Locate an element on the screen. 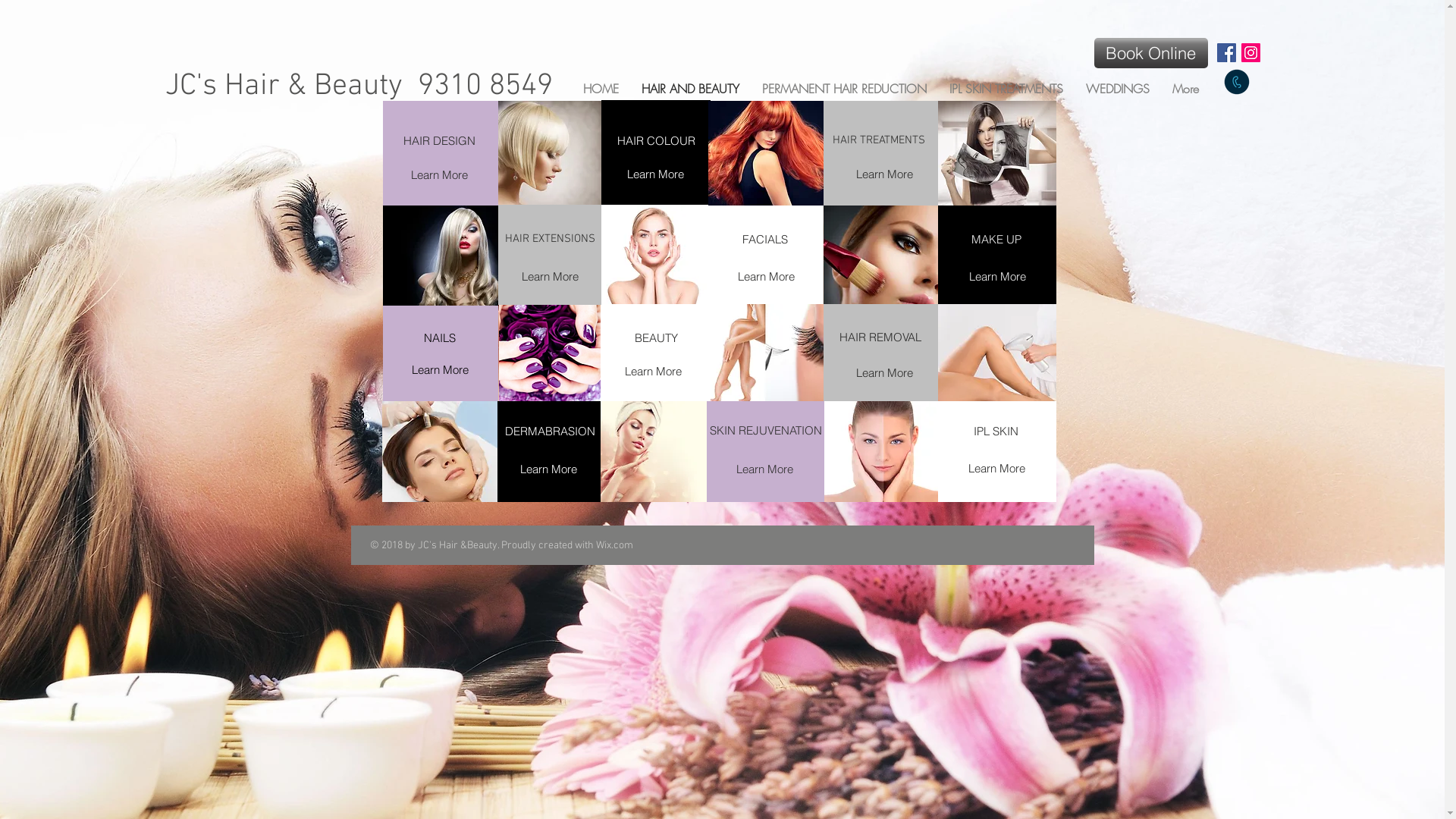  'DERMABRASION' is located at coordinates (549, 430).